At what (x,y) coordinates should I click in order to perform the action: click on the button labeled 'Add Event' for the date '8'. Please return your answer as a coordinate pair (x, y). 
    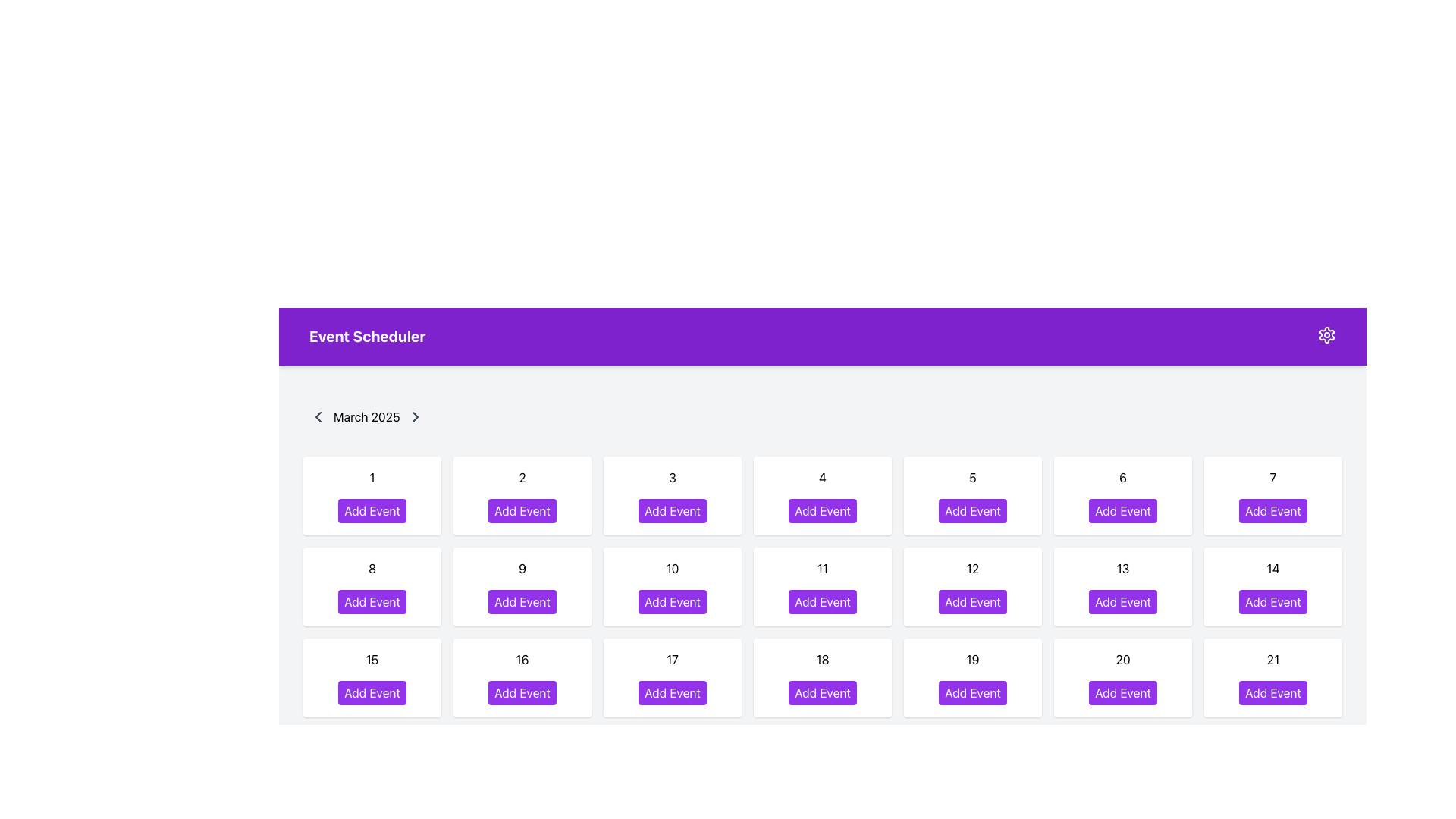
    Looking at the image, I should click on (372, 601).